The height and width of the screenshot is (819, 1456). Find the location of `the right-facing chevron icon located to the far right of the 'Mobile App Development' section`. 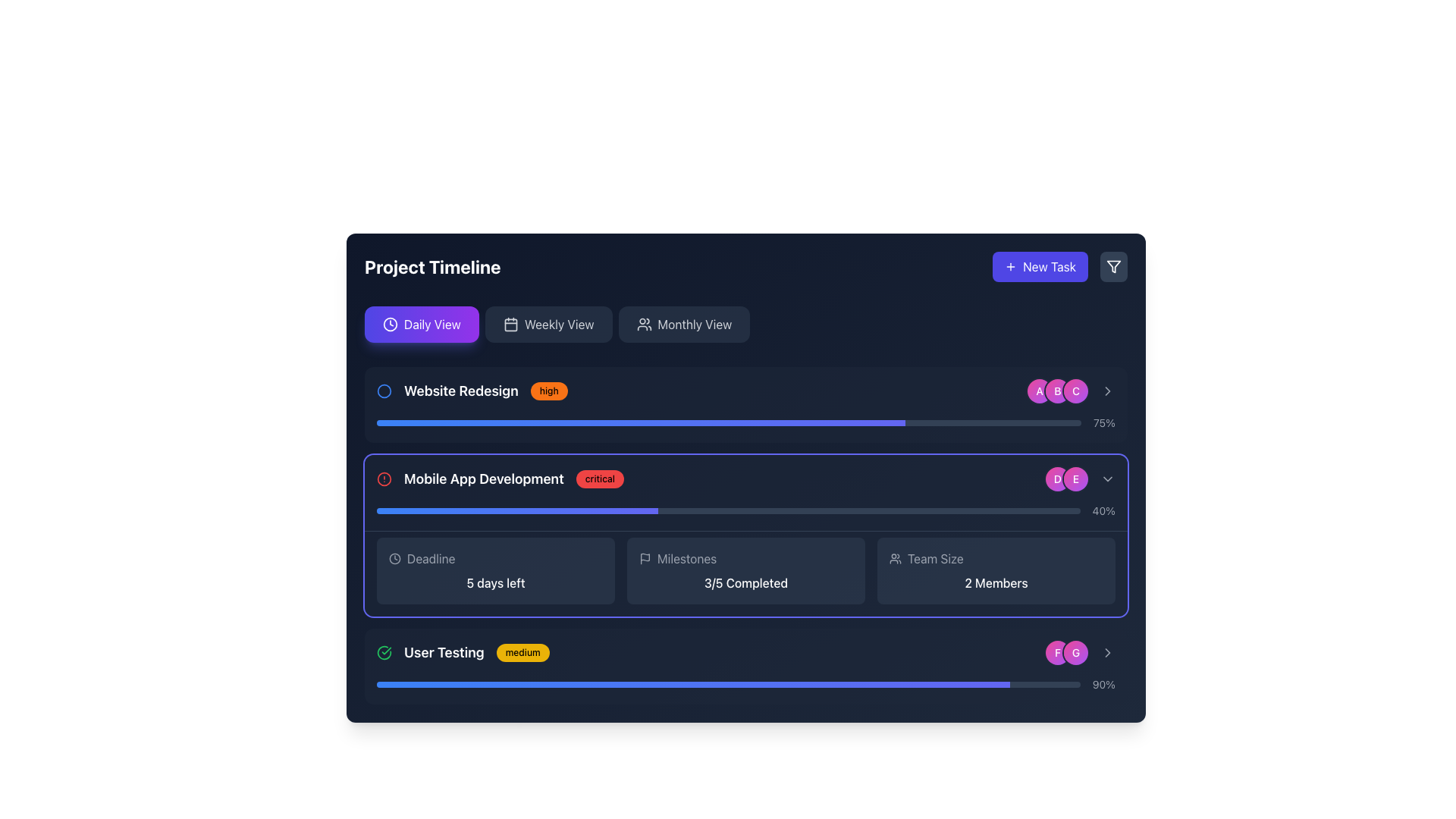

the right-facing chevron icon located to the far right of the 'Mobile App Development' section is located at coordinates (1107, 651).